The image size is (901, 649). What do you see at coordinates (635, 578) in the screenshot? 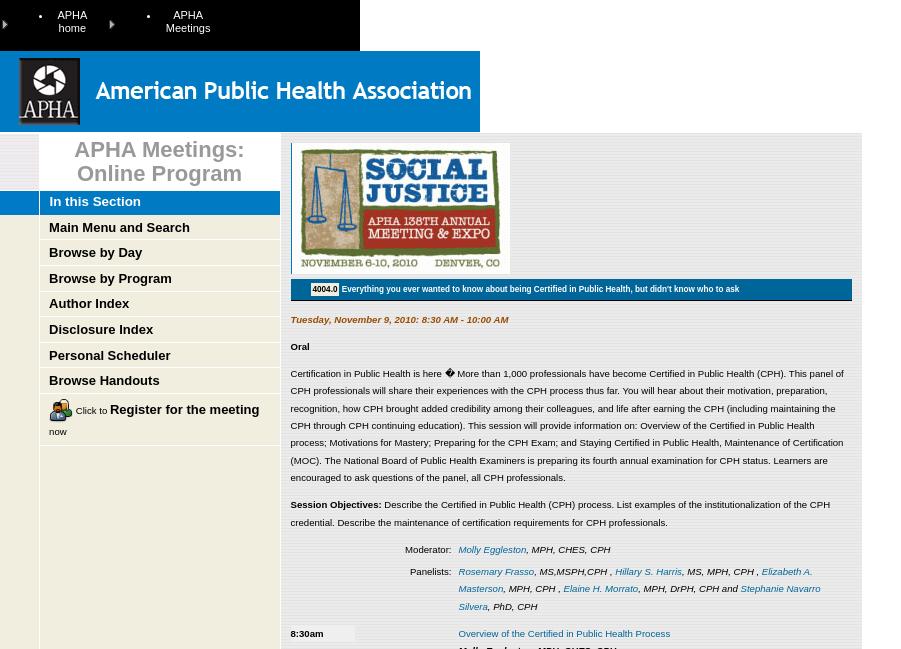
I see `'Elizabeth A. Masterson'` at bounding box center [635, 578].